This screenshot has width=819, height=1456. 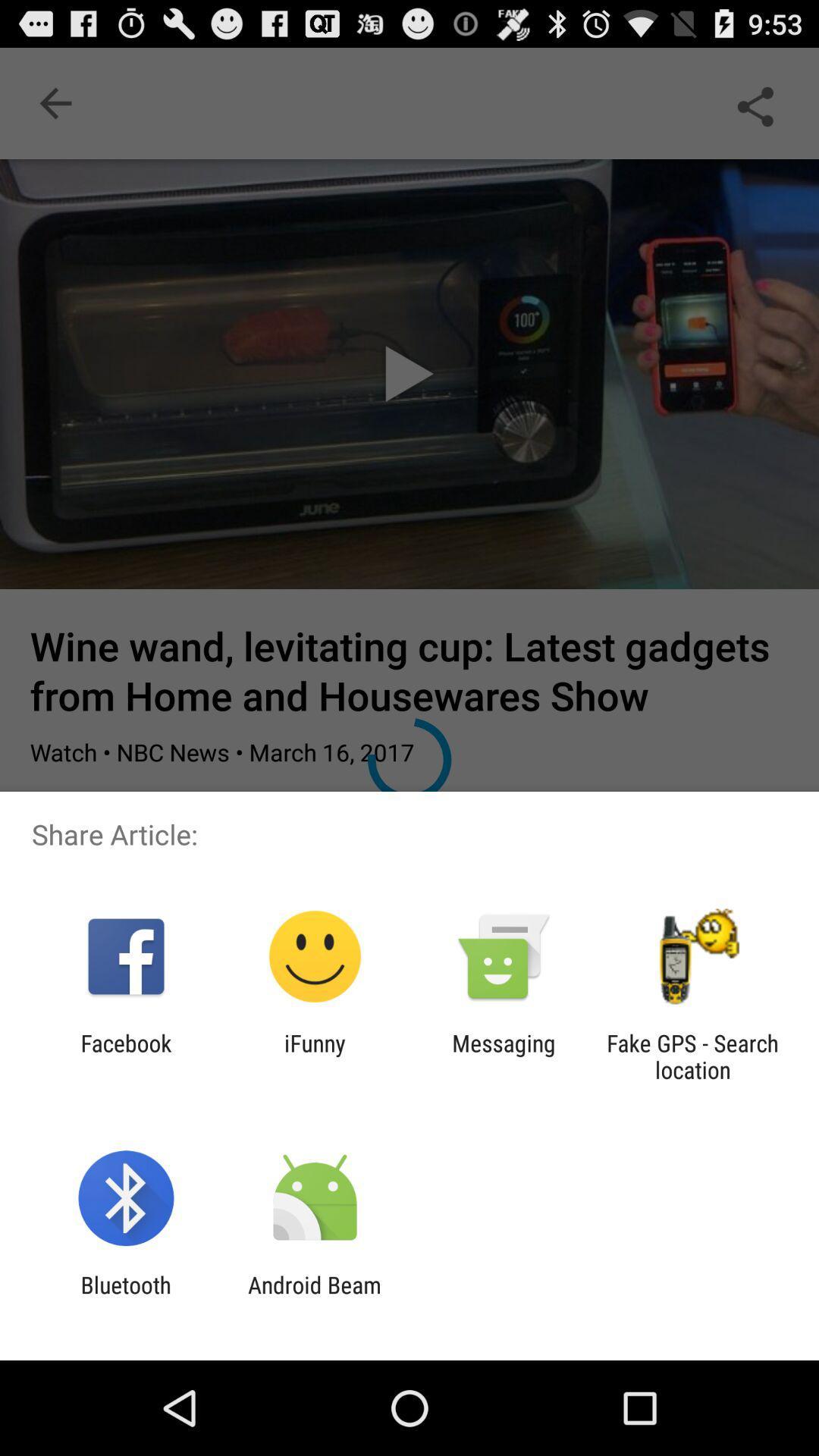 I want to click on ifunny icon, so click(x=314, y=1056).